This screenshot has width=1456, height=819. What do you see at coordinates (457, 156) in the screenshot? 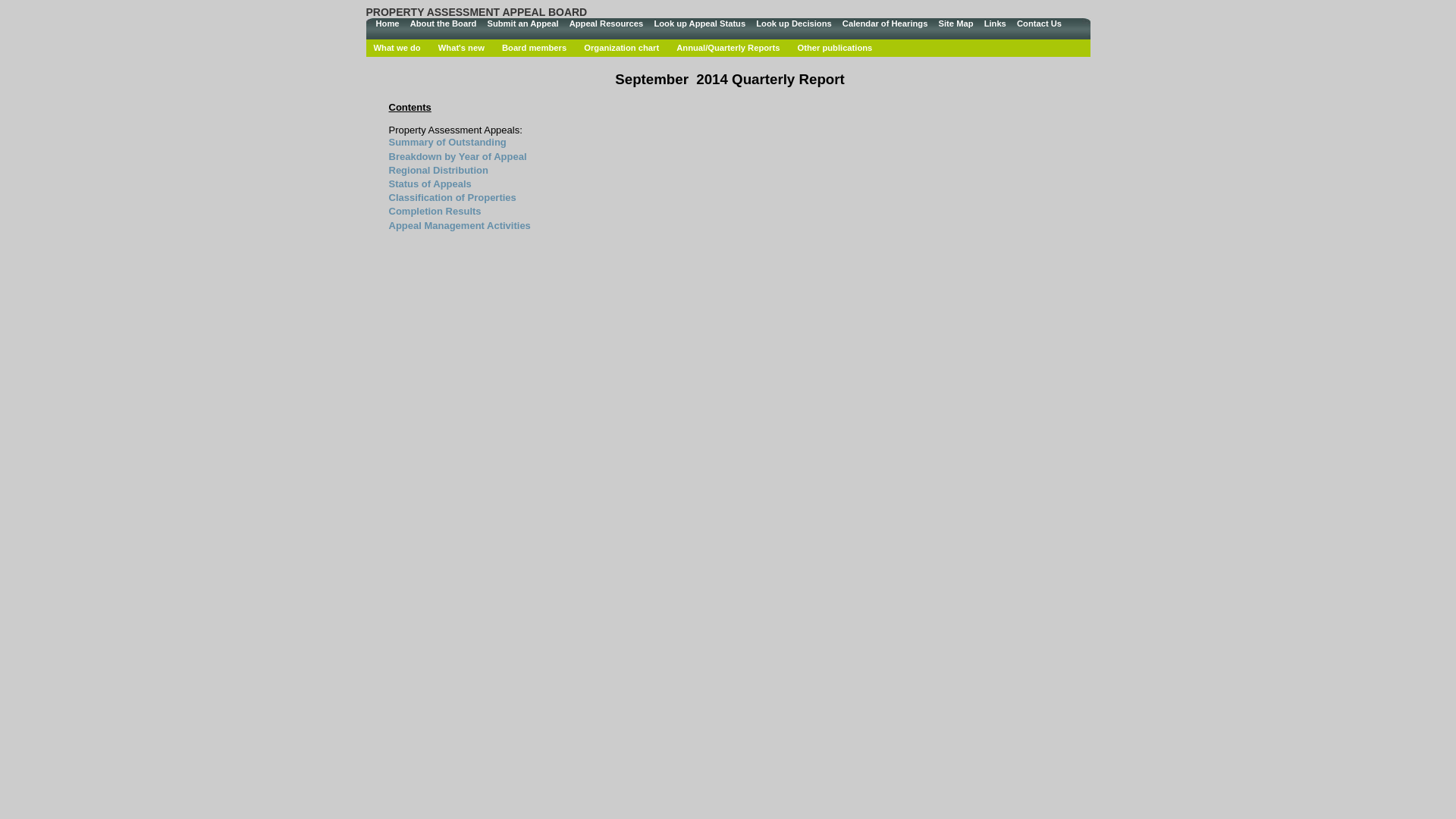
I see `'Breakdown by Year of Appeal'` at bounding box center [457, 156].